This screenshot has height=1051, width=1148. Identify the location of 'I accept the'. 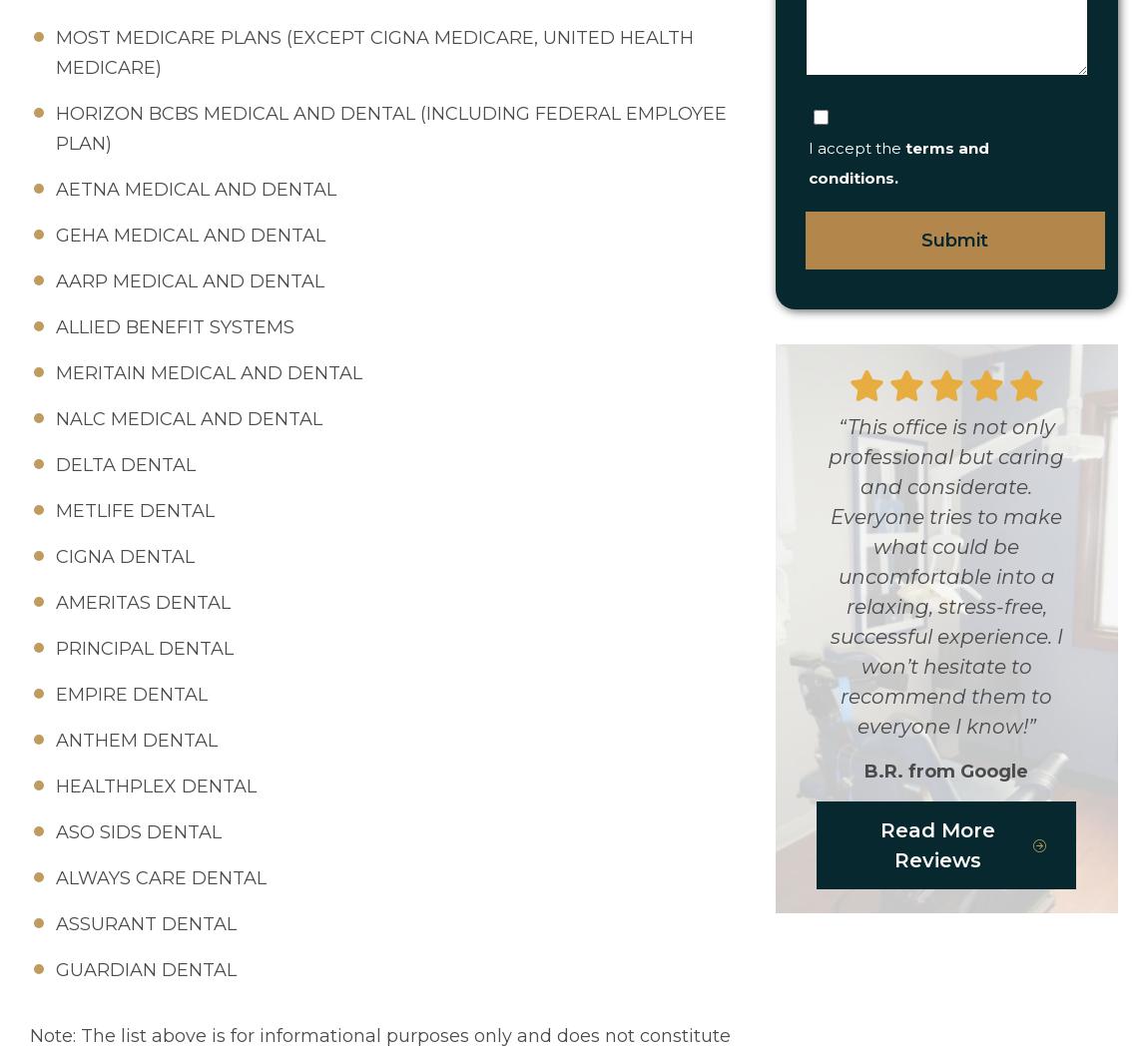
(855, 147).